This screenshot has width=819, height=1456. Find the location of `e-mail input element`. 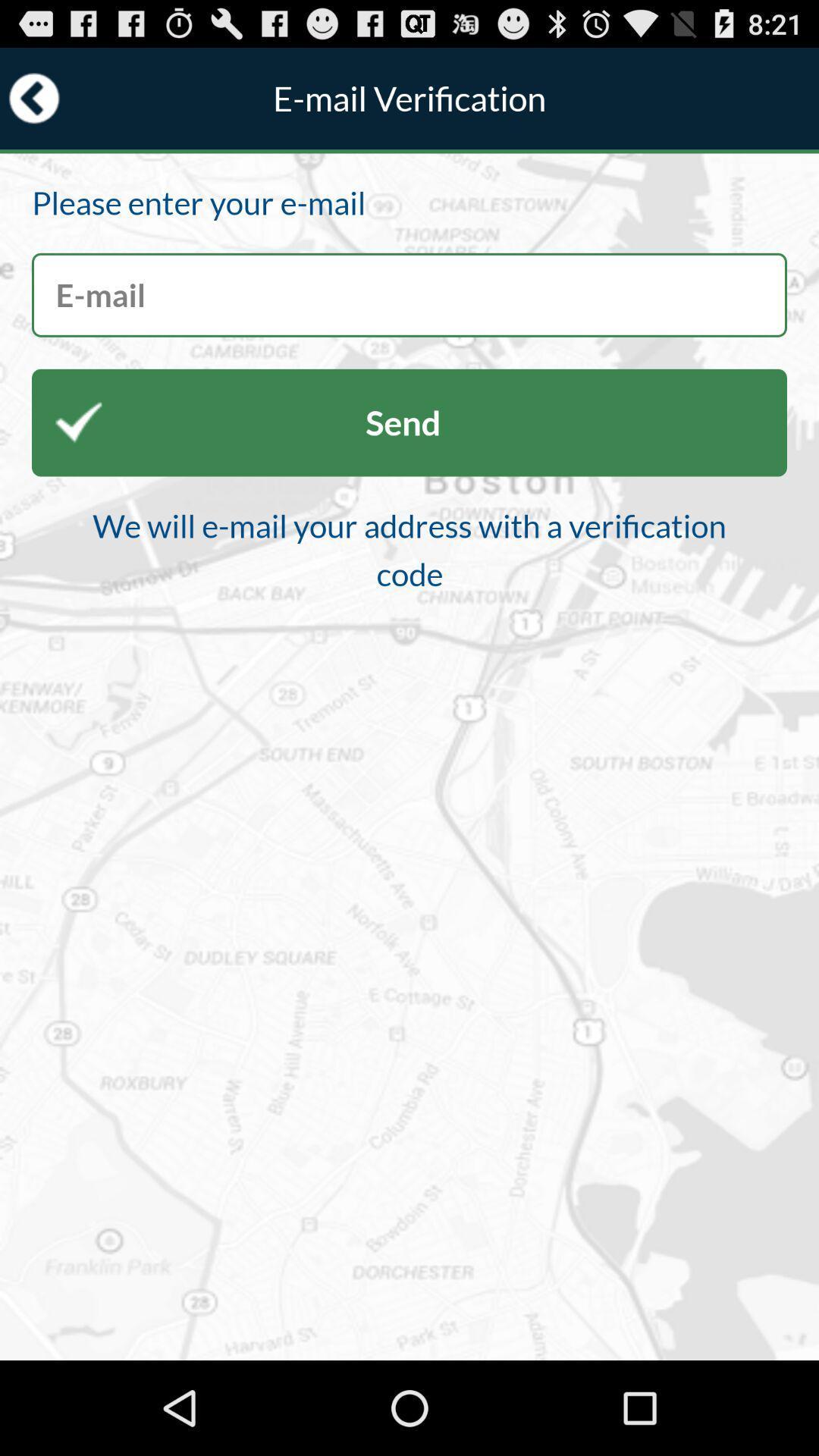

e-mail input element is located at coordinates (409, 295).